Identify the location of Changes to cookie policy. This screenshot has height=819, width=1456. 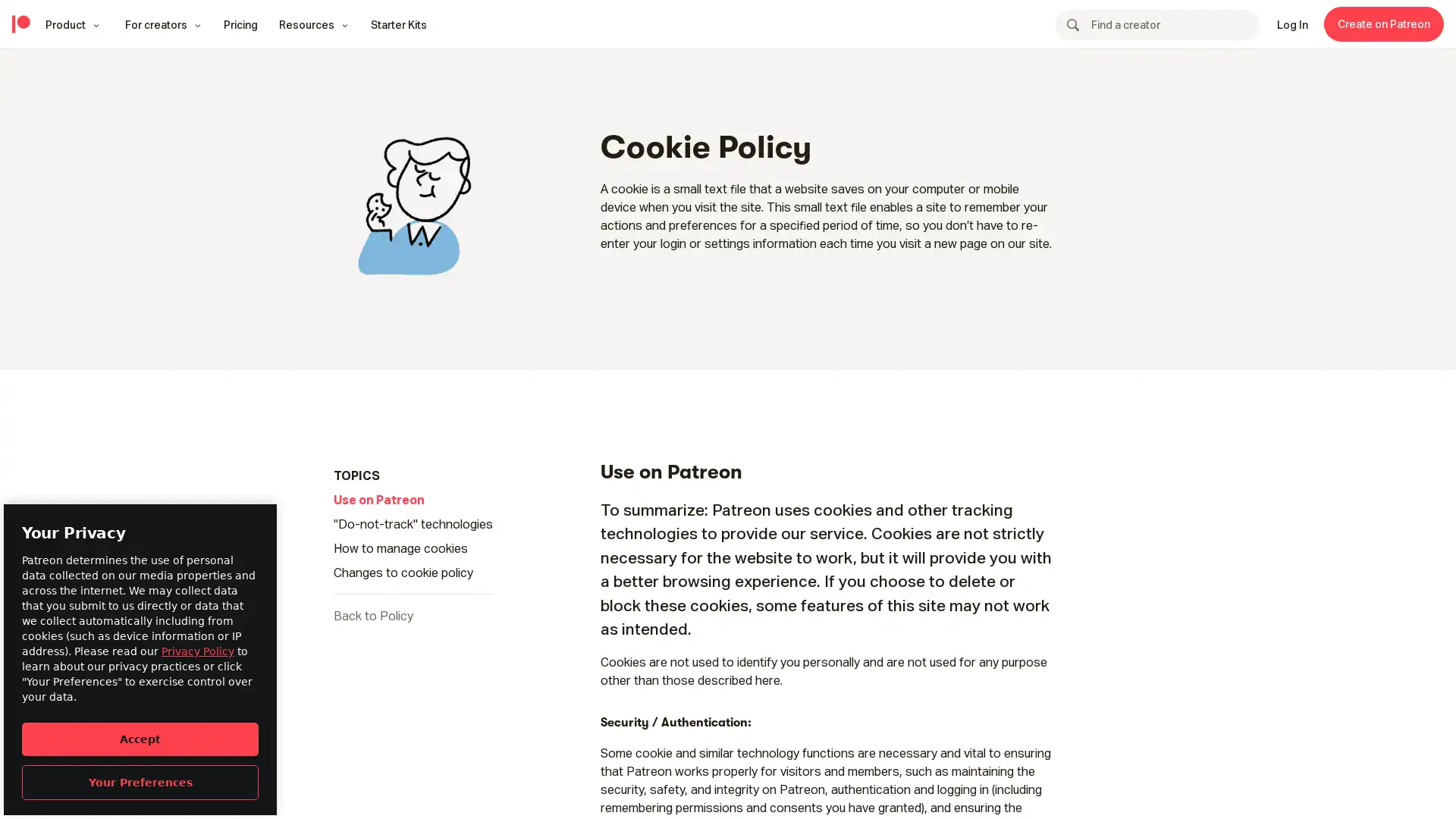
(403, 573).